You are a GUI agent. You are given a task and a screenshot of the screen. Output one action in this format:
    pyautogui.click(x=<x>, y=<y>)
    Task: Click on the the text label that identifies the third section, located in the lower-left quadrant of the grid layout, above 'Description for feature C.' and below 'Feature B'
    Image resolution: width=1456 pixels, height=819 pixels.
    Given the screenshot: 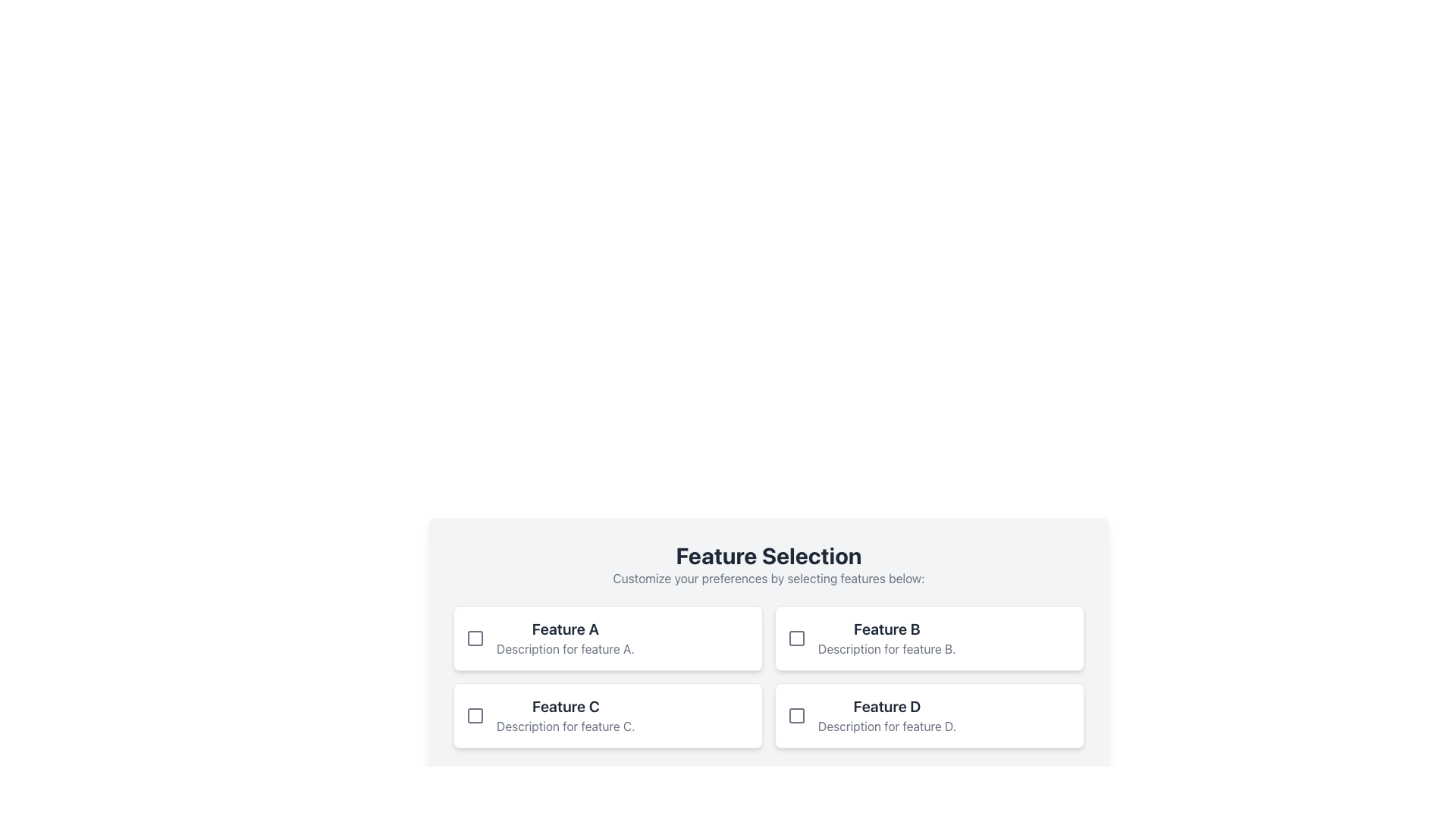 What is the action you would take?
    pyautogui.click(x=565, y=707)
    